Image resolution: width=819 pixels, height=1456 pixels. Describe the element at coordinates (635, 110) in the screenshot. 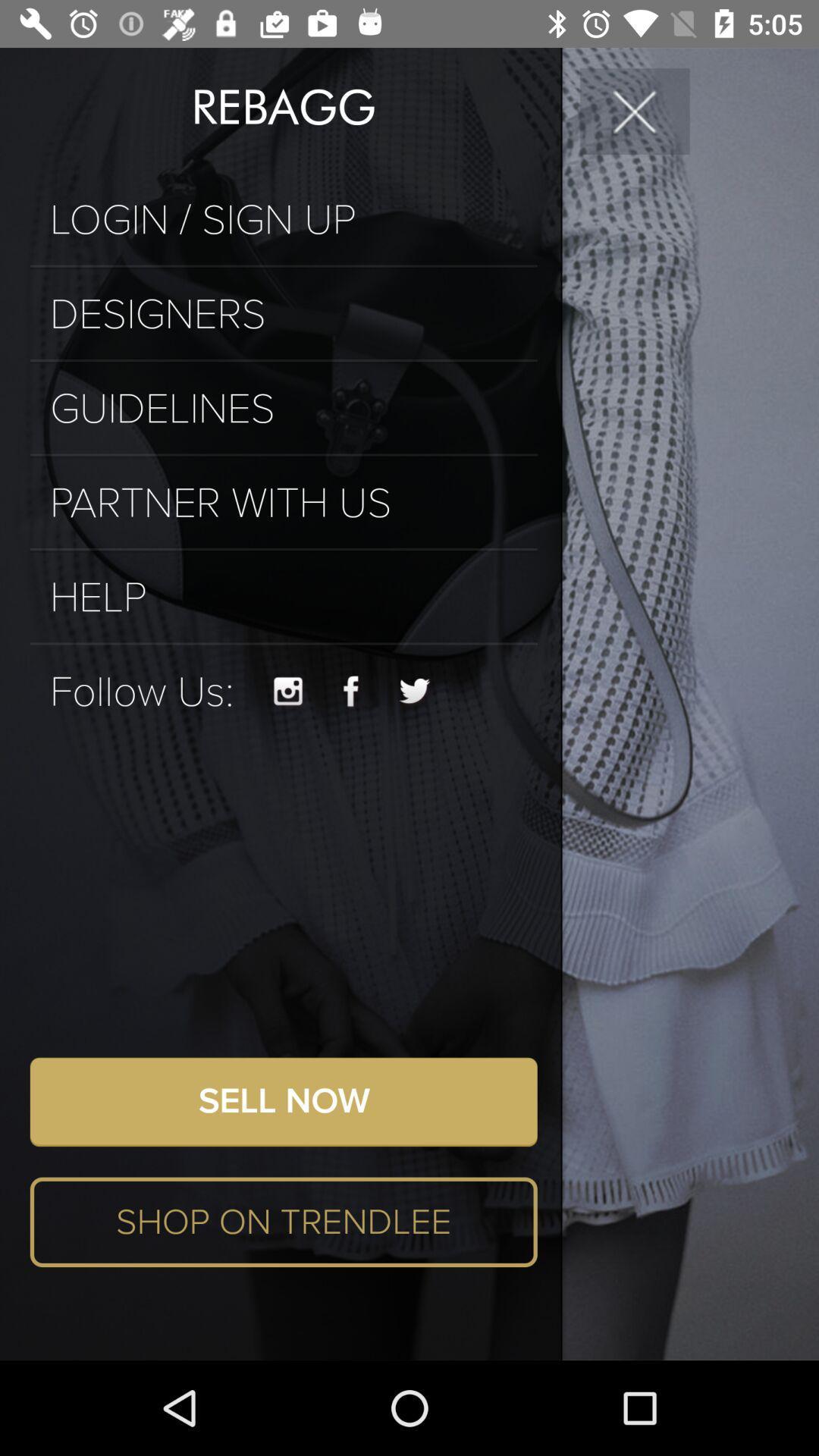

I see `option` at that location.